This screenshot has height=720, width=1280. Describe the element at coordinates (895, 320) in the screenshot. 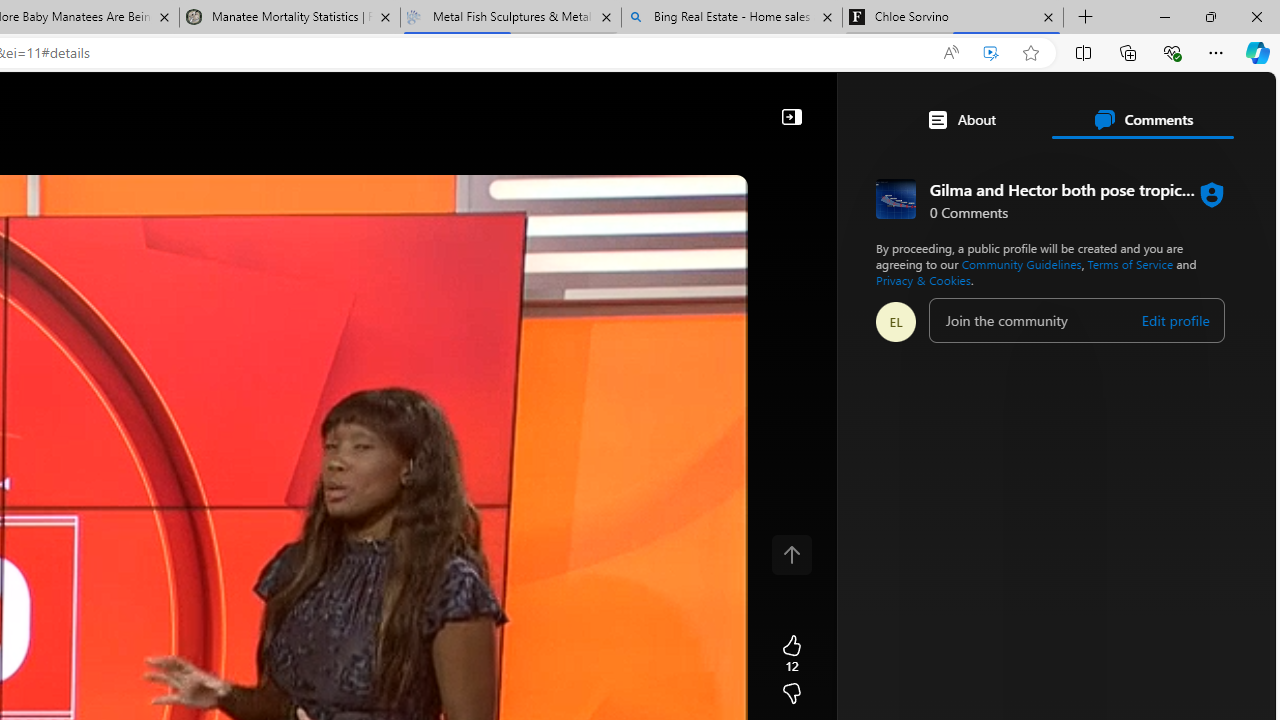

I see `'Profile Picture'` at that location.